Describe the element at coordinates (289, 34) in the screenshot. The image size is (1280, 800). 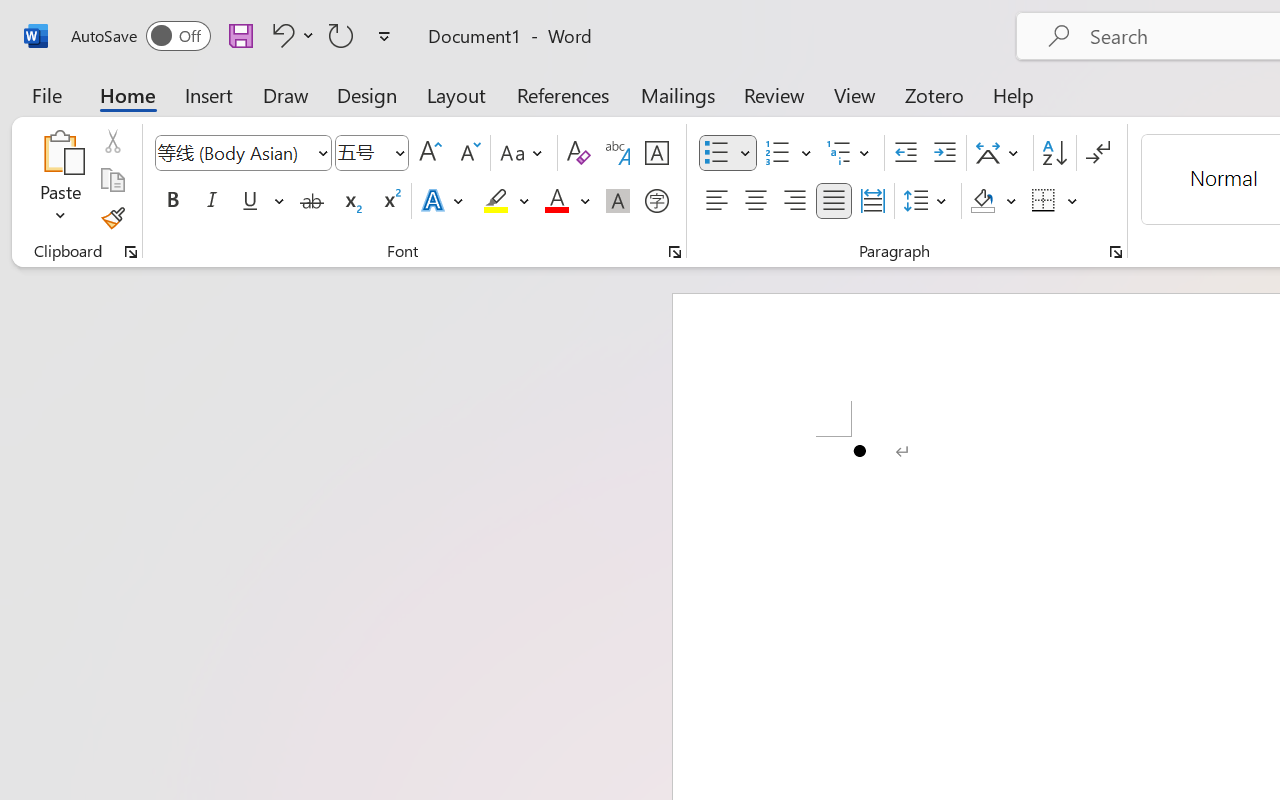
I see `'Undo Bullet Default'` at that location.